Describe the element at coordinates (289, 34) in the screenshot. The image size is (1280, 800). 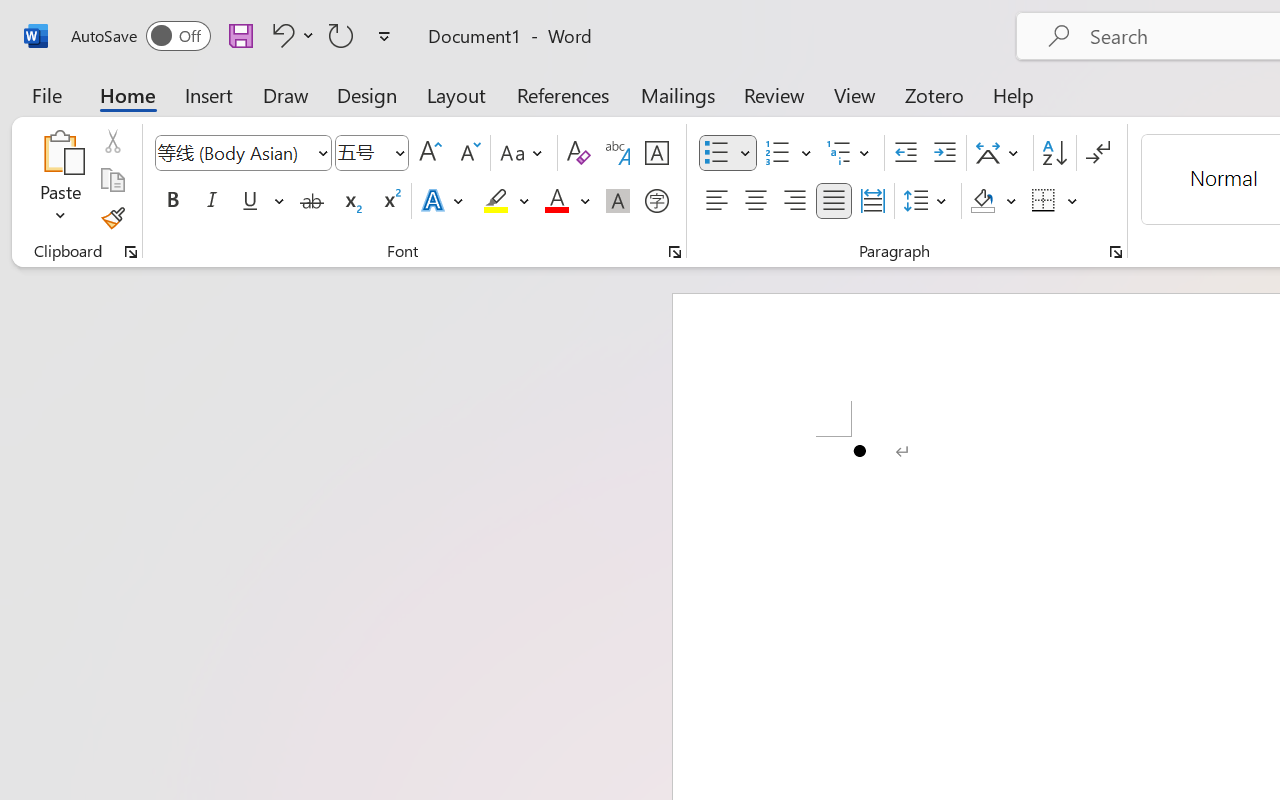
I see `'Undo Bullet Default'` at that location.